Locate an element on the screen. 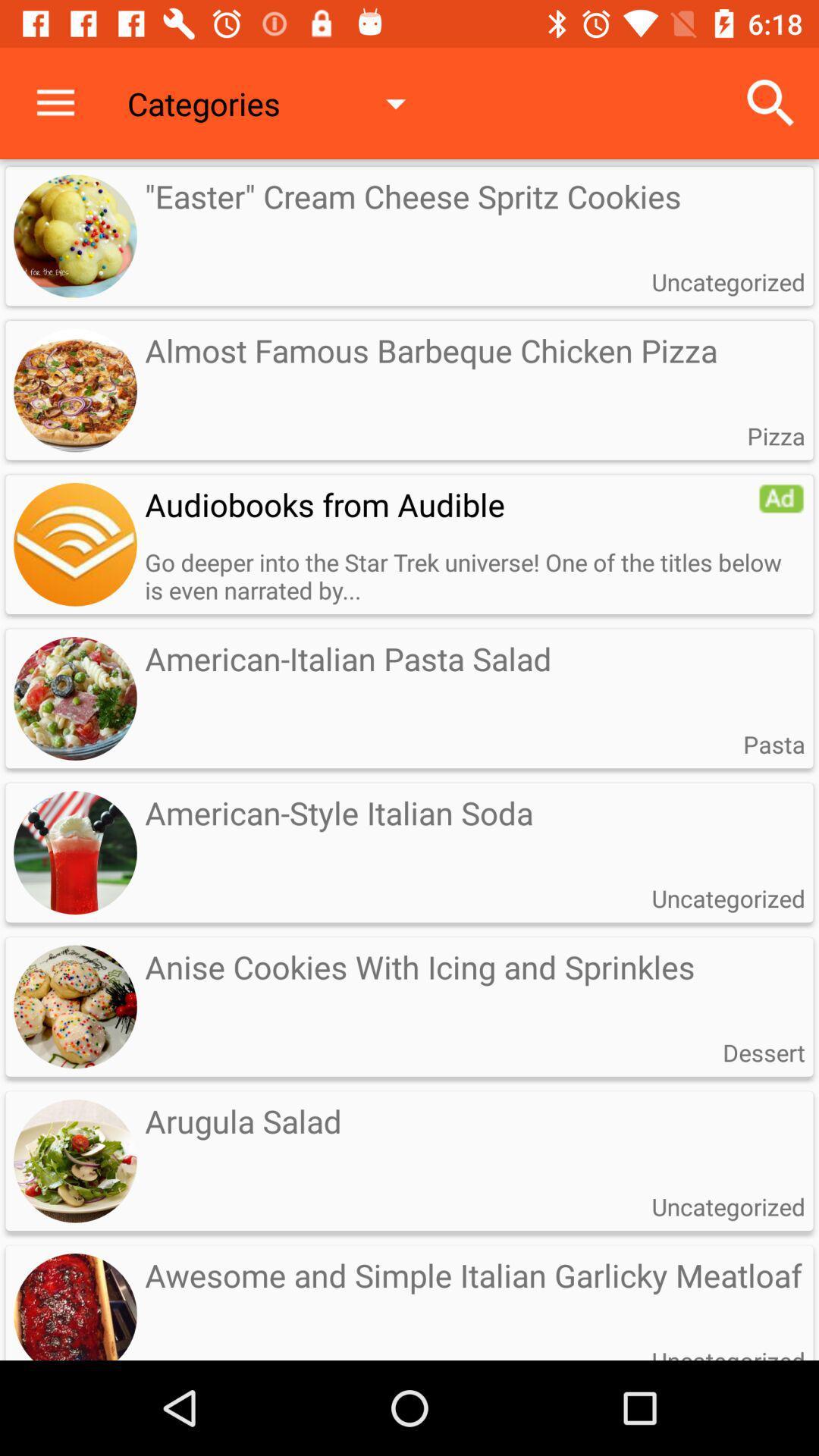 This screenshot has width=819, height=1456. click for advertisement is located at coordinates (75, 544).